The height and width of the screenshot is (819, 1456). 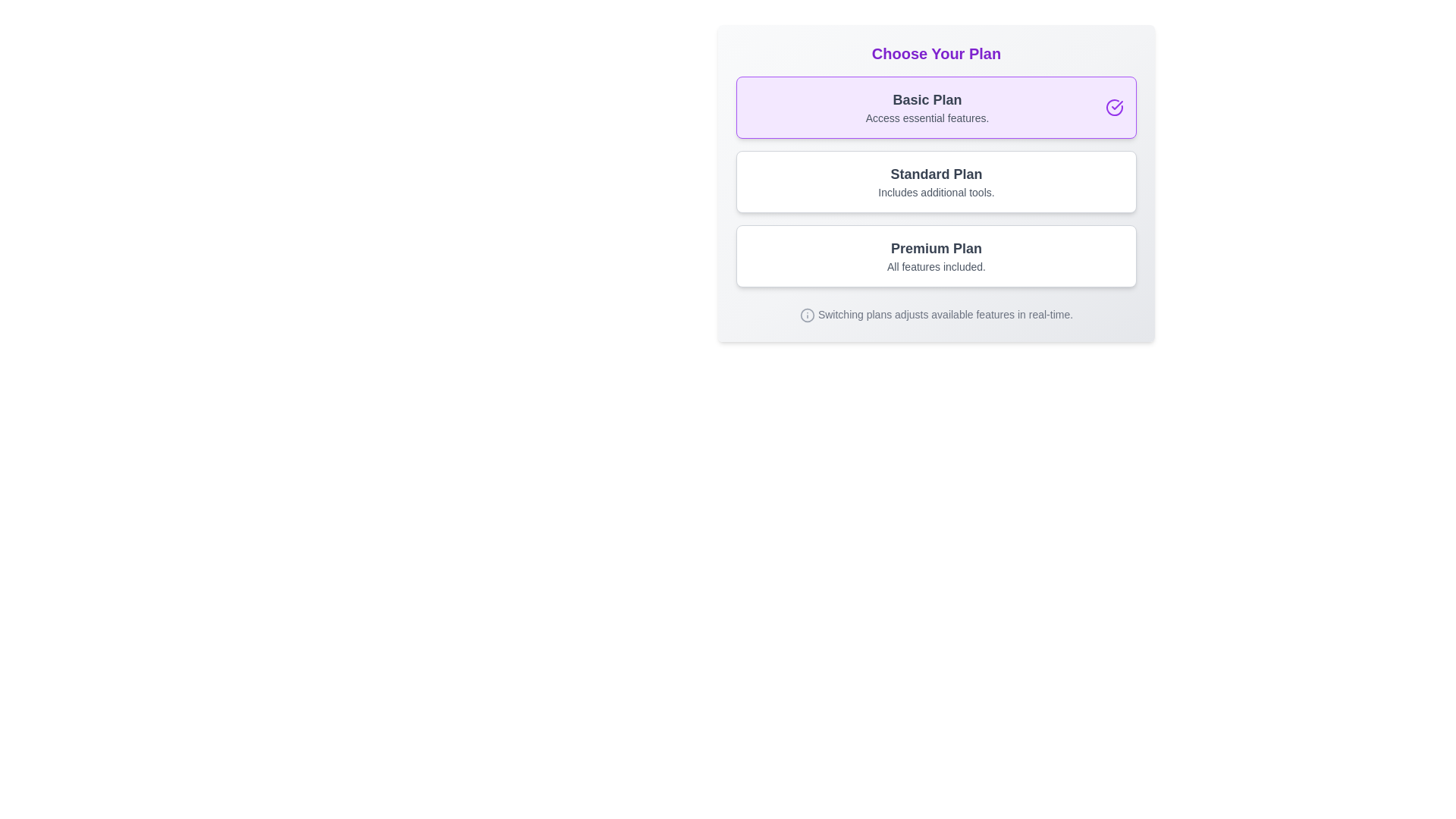 I want to click on the purple checkmark icon located on the right side of the 'Basic Plan' card in the interface, so click(x=1117, y=104).